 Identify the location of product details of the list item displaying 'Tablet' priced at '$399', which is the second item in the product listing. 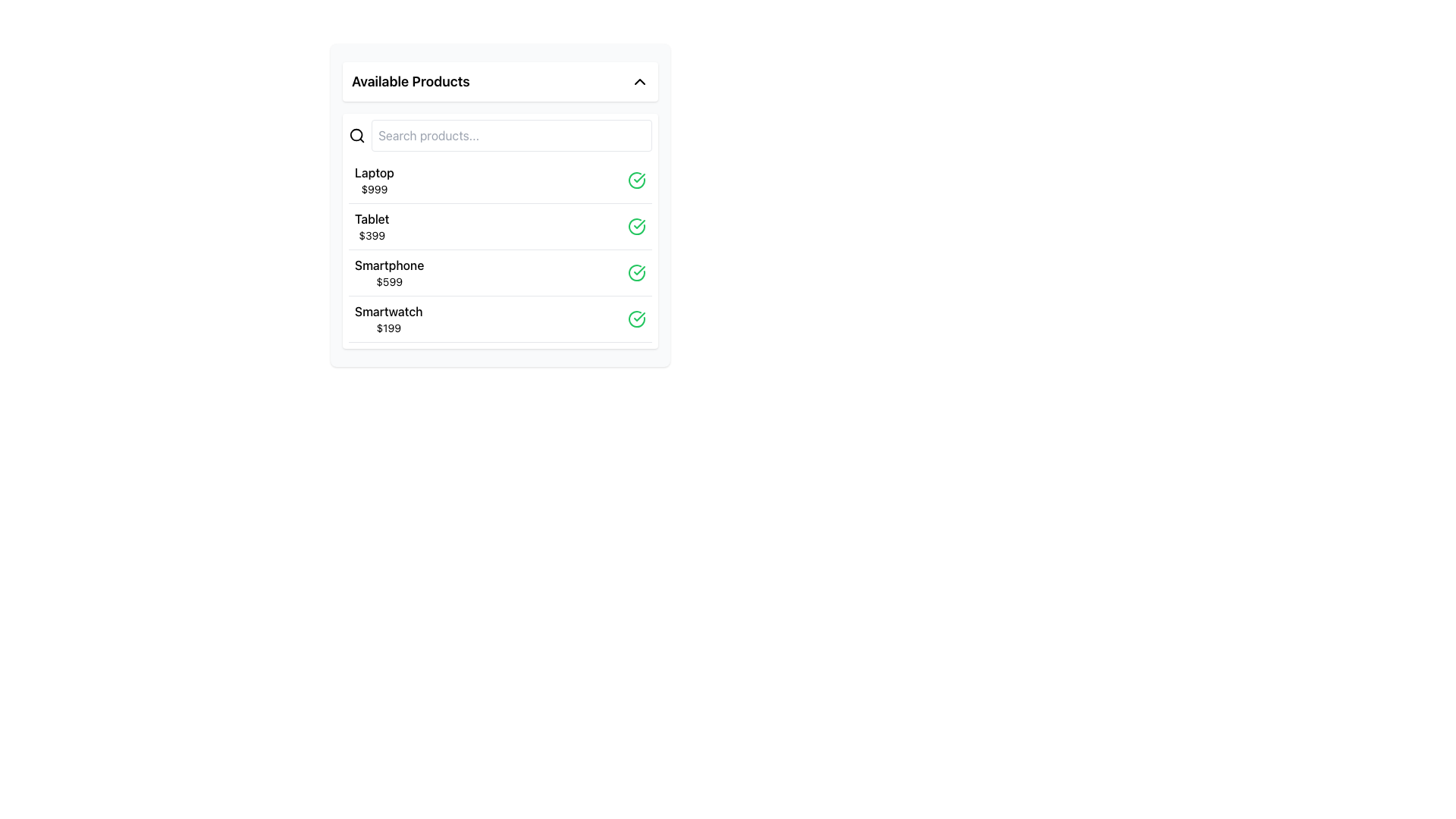
(500, 227).